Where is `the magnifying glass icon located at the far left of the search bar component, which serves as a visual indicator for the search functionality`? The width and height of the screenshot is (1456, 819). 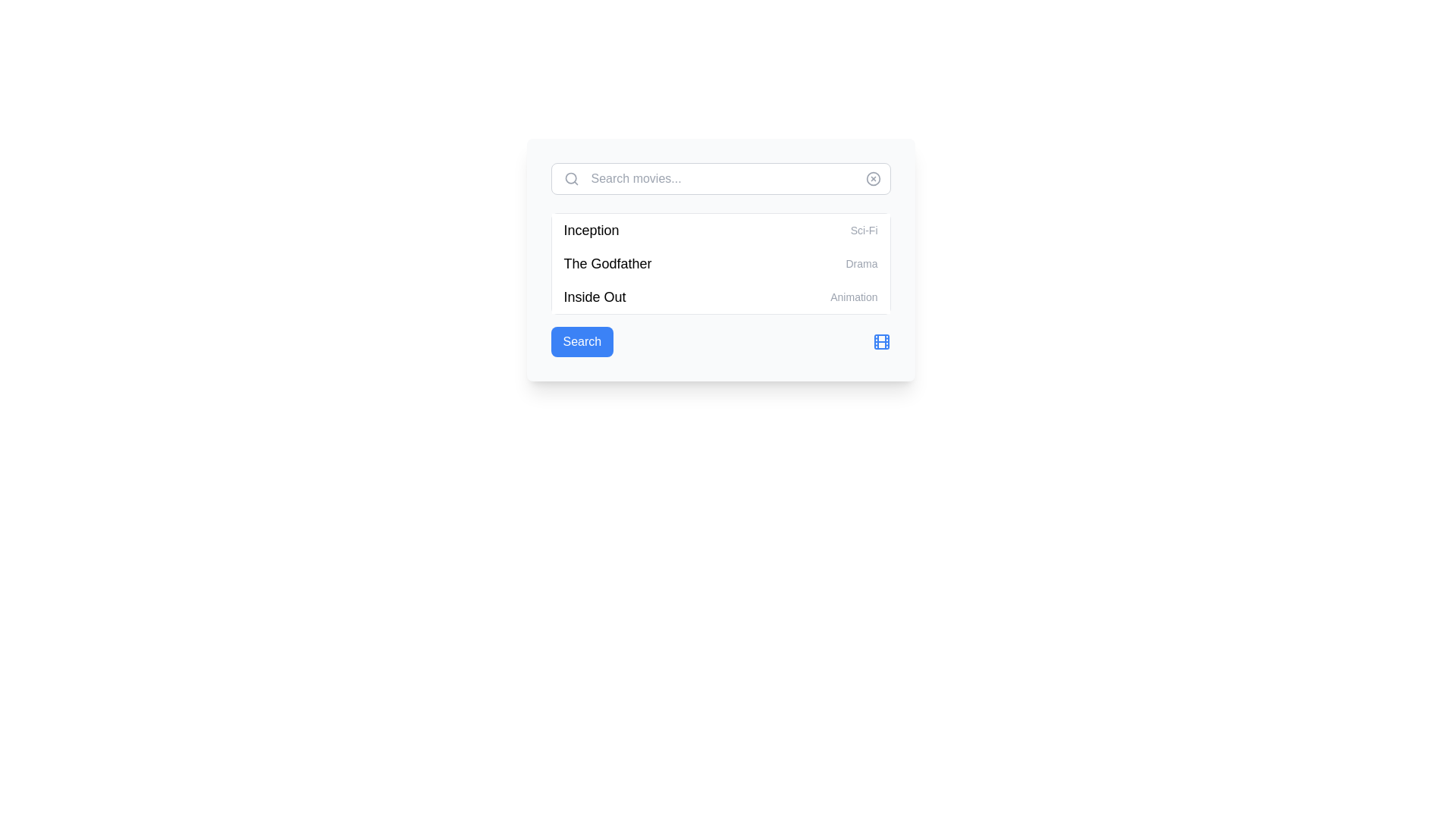
the magnifying glass icon located at the far left of the search bar component, which serves as a visual indicator for the search functionality is located at coordinates (570, 177).